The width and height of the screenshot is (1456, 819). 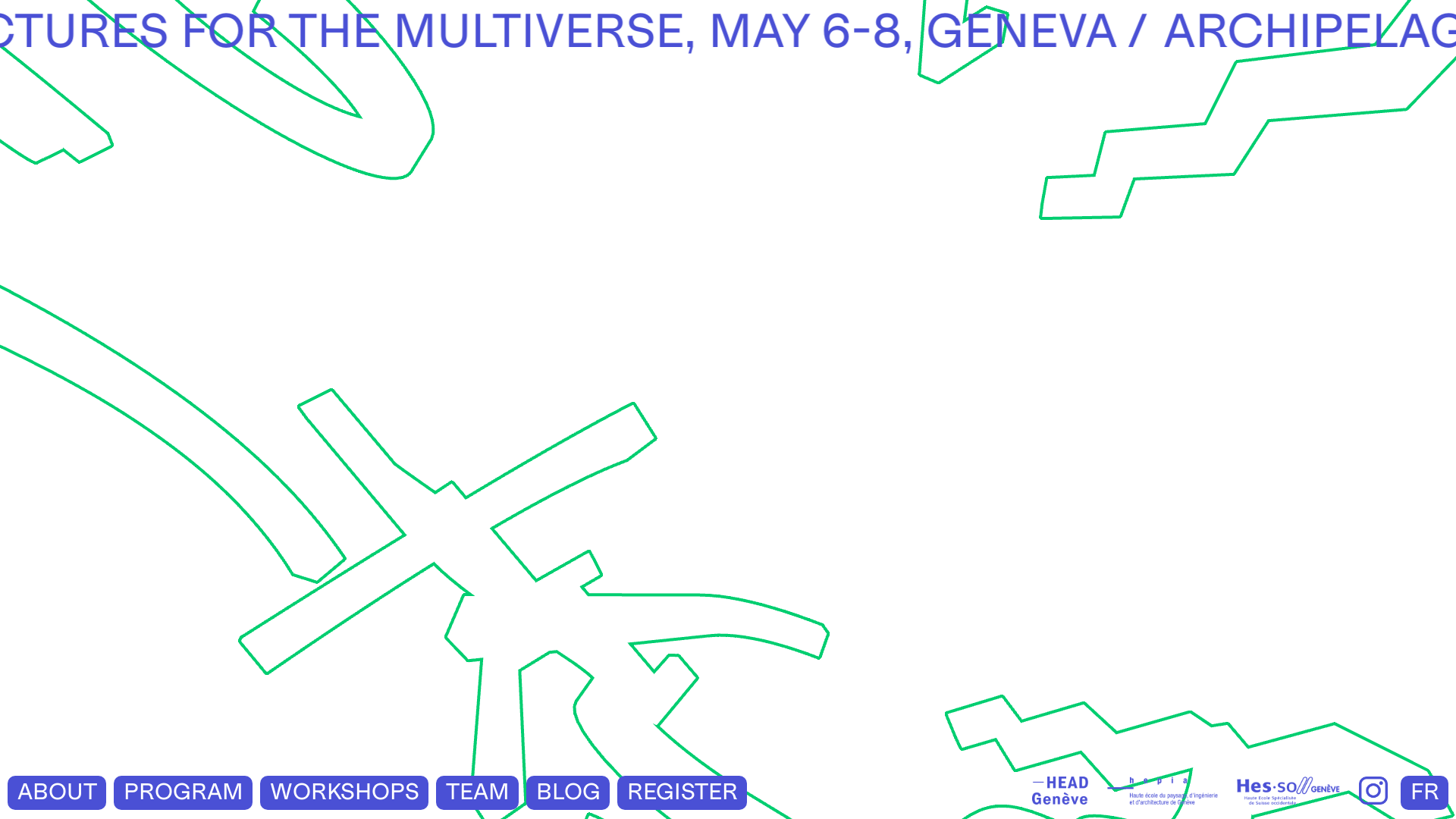 I want to click on 'TEAM', so click(x=476, y=791).